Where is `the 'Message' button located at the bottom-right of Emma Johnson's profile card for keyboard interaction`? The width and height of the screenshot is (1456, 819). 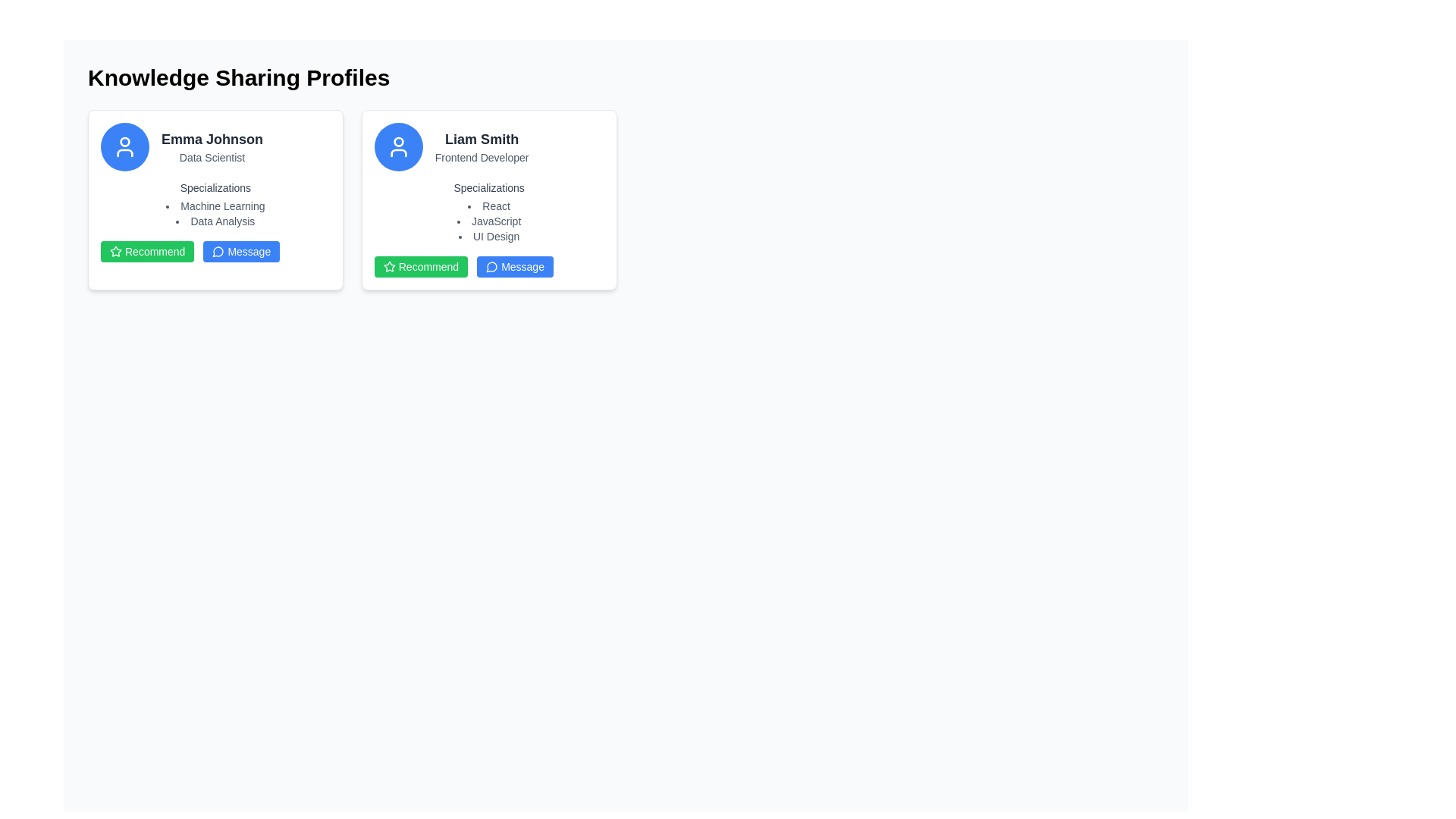 the 'Message' button located at the bottom-right of Emma Johnson's profile card for keyboard interaction is located at coordinates (215, 250).